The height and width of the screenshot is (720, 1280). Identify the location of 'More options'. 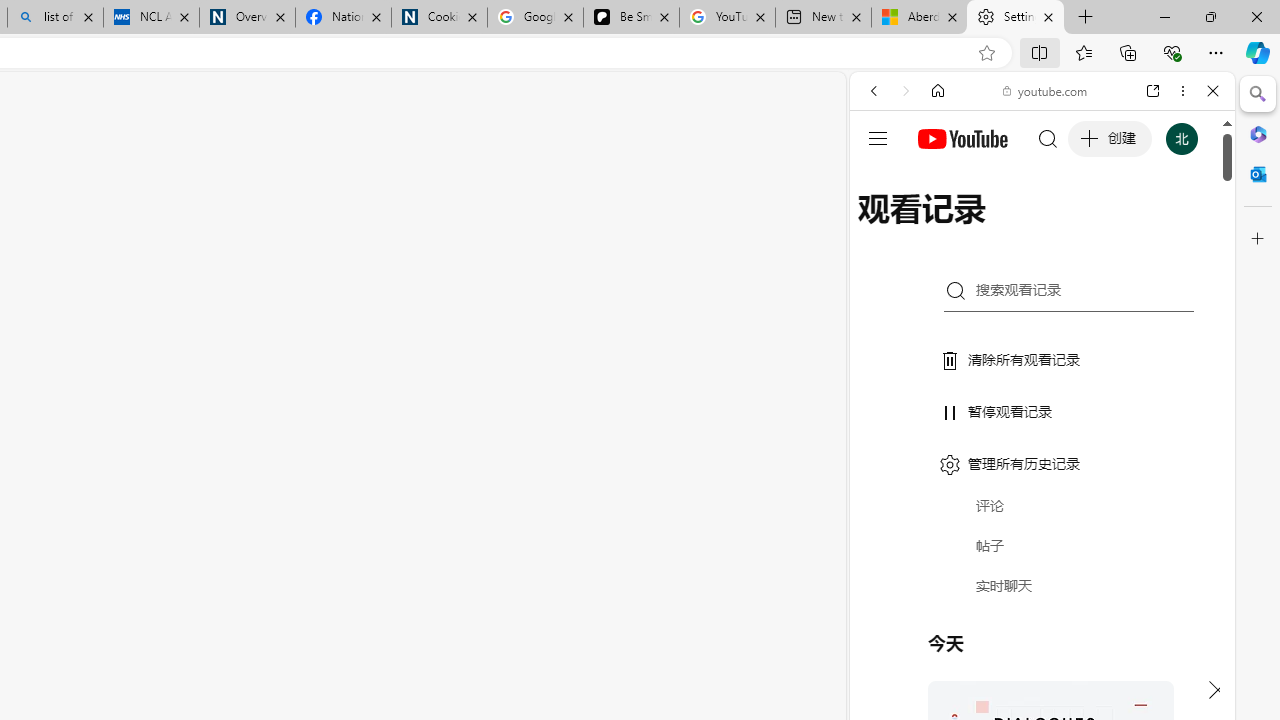
(1182, 91).